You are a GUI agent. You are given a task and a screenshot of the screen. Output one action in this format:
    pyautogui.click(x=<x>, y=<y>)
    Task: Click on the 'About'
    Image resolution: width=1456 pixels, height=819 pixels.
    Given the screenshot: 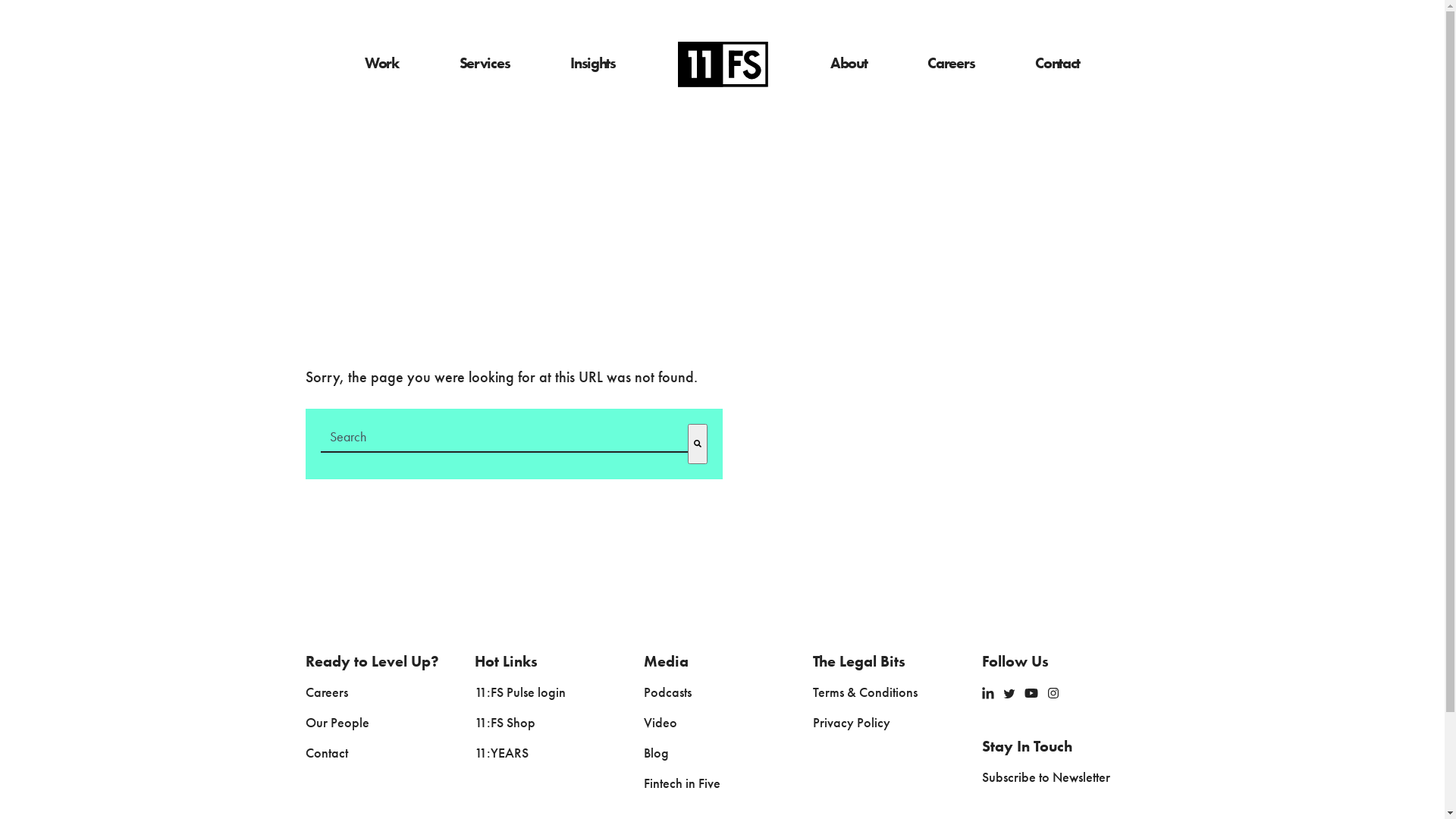 What is the action you would take?
    pyautogui.click(x=848, y=63)
    